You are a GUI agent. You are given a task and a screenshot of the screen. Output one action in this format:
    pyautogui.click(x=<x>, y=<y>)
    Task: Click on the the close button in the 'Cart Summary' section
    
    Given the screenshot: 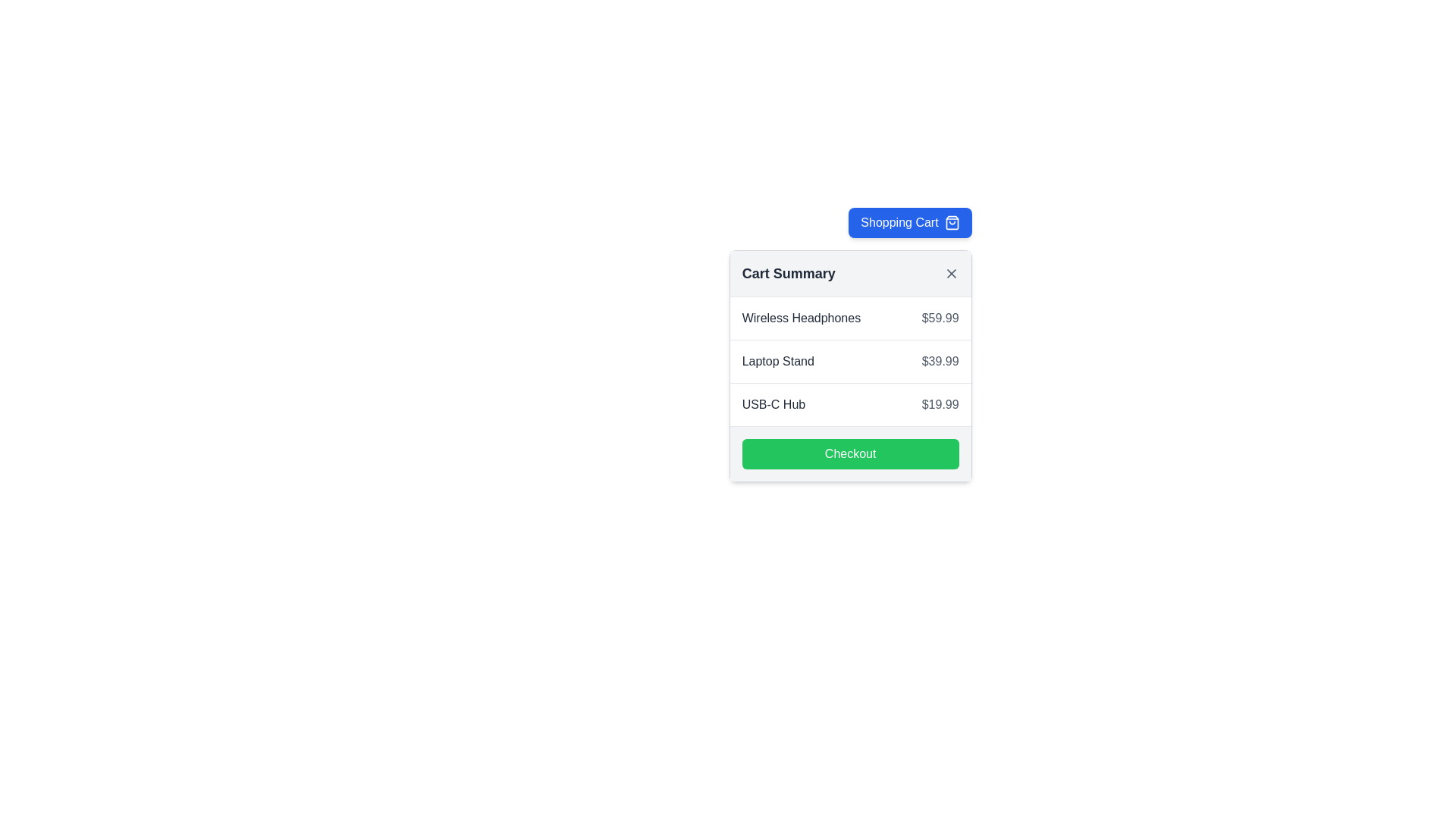 What is the action you would take?
    pyautogui.click(x=950, y=274)
    